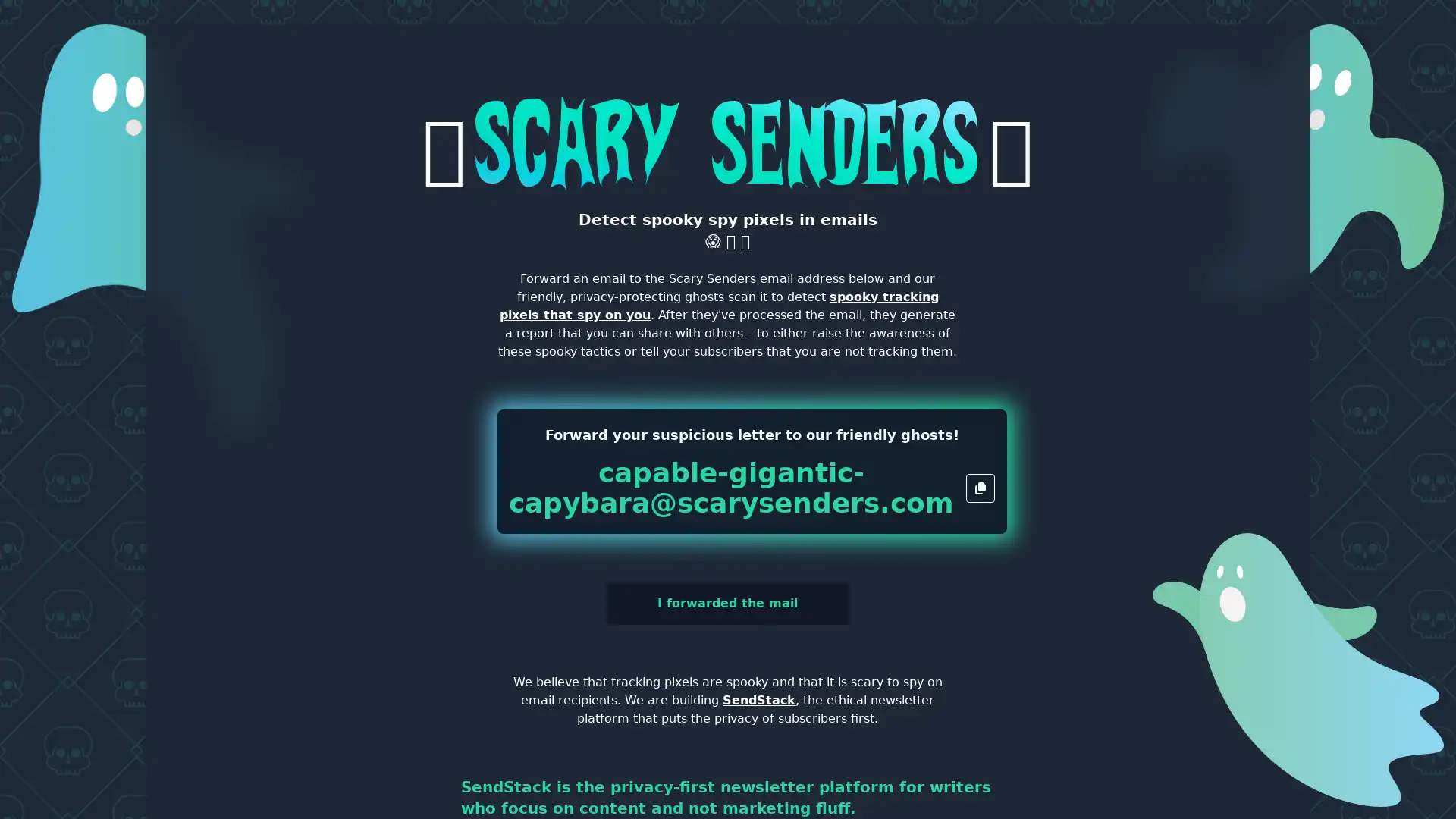 This screenshot has width=1456, height=819. What do you see at coordinates (726, 602) in the screenshot?
I see `I forwarded the mail` at bounding box center [726, 602].